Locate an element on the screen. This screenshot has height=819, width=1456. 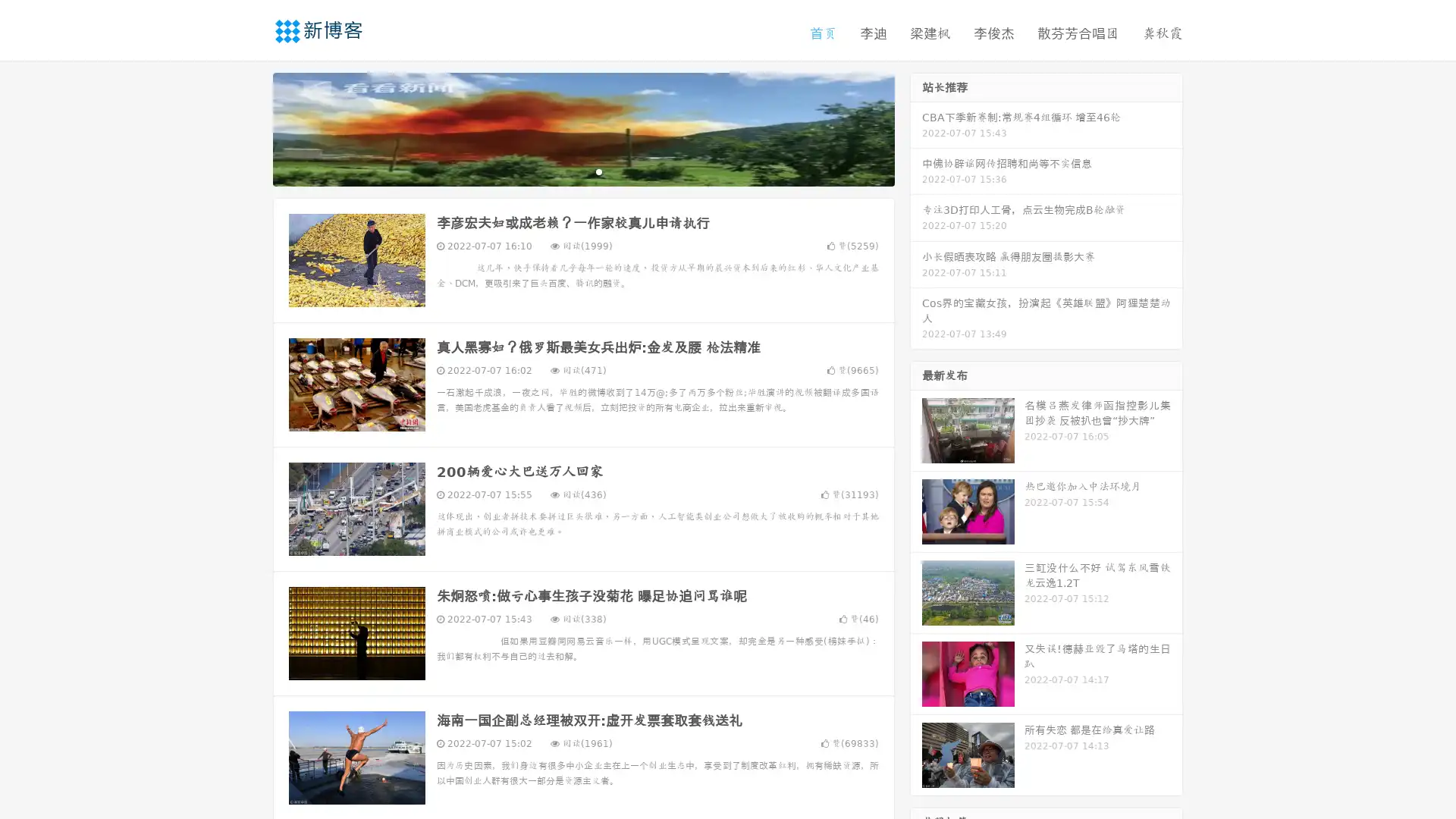
Next slide is located at coordinates (916, 127).